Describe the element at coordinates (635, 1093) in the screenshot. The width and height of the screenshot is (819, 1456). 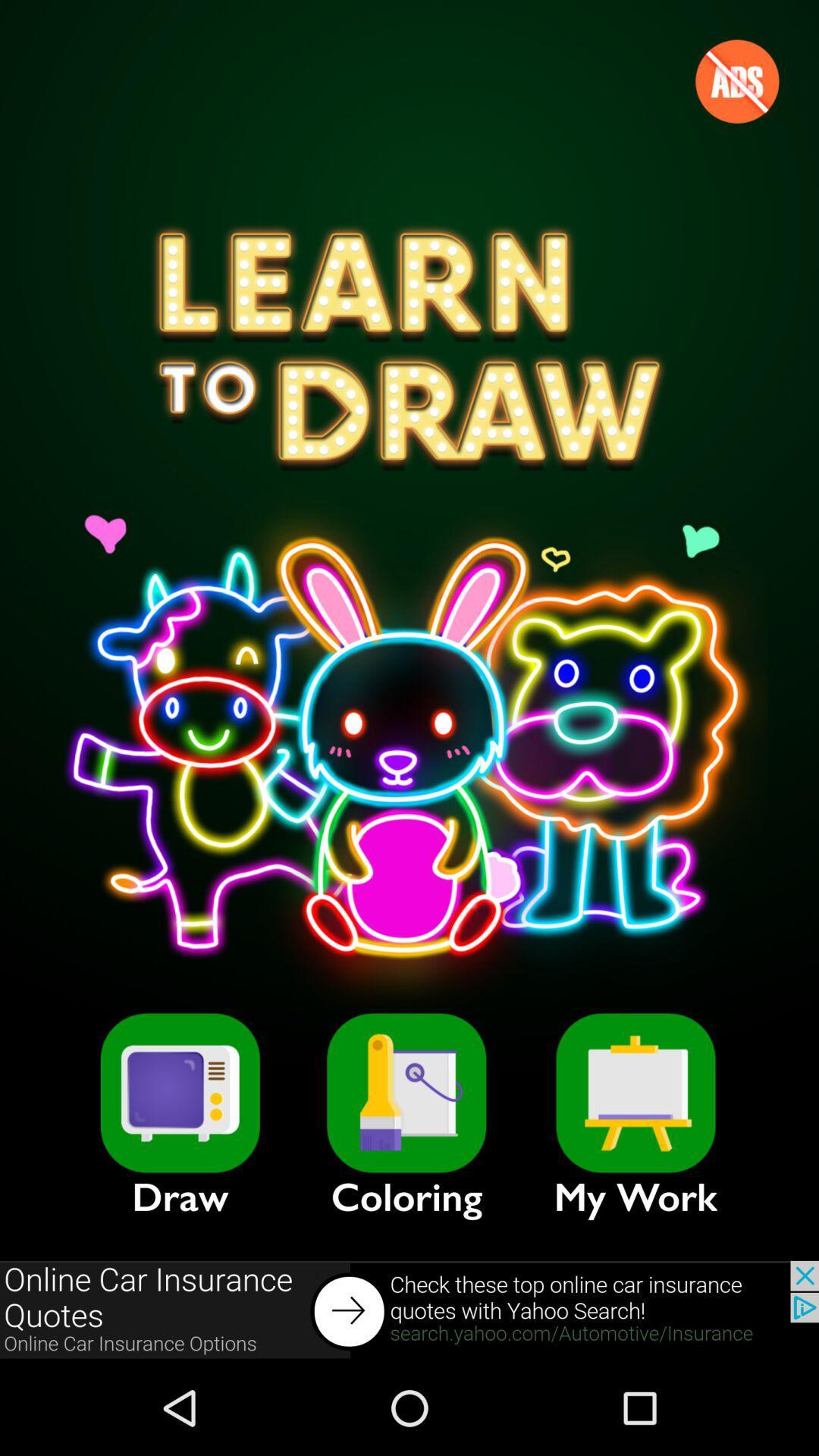
I see `my work` at that location.